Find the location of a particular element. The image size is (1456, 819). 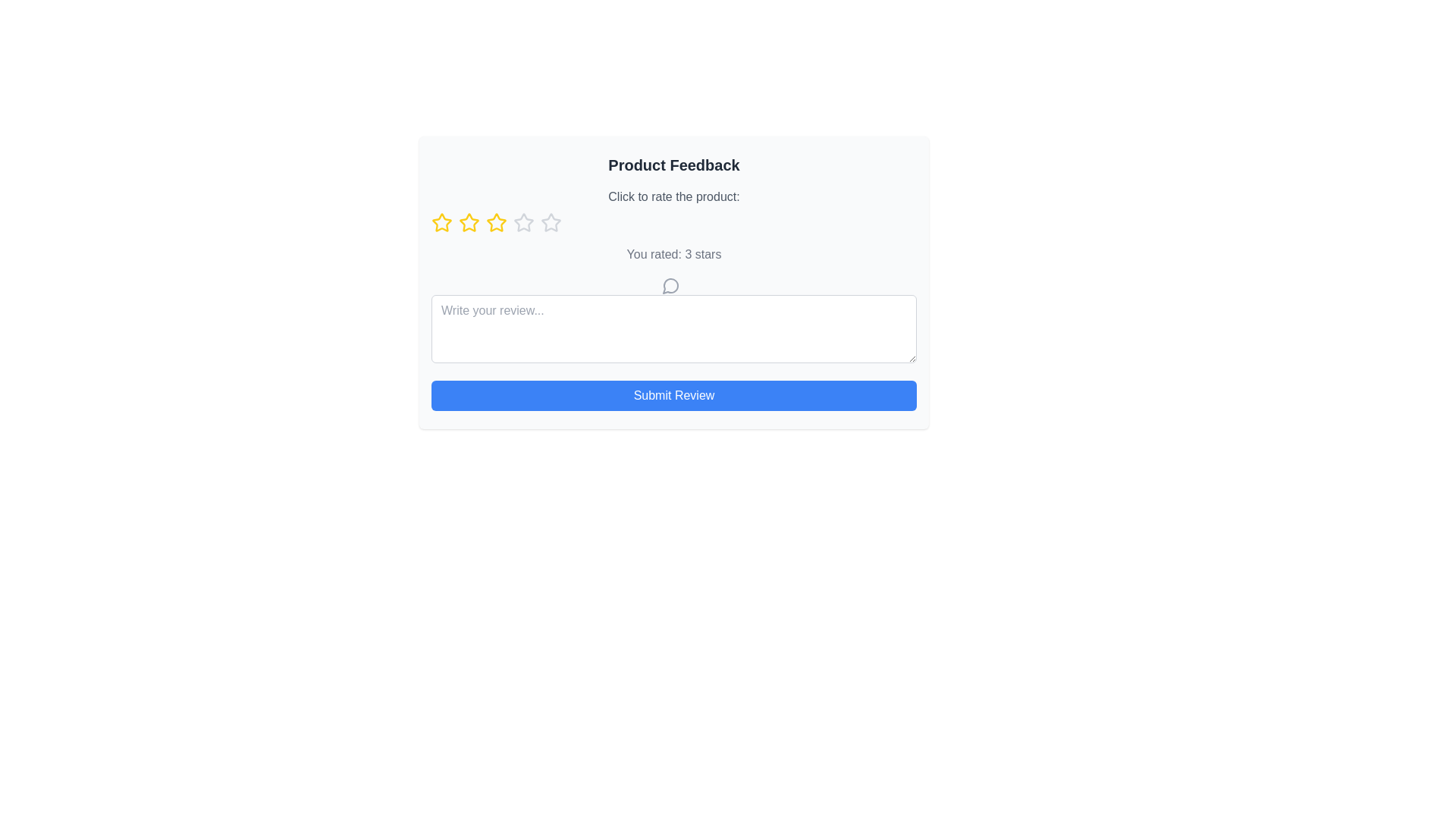

the third star in the five-star rating system on the product feedback form is located at coordinates (496, 222).